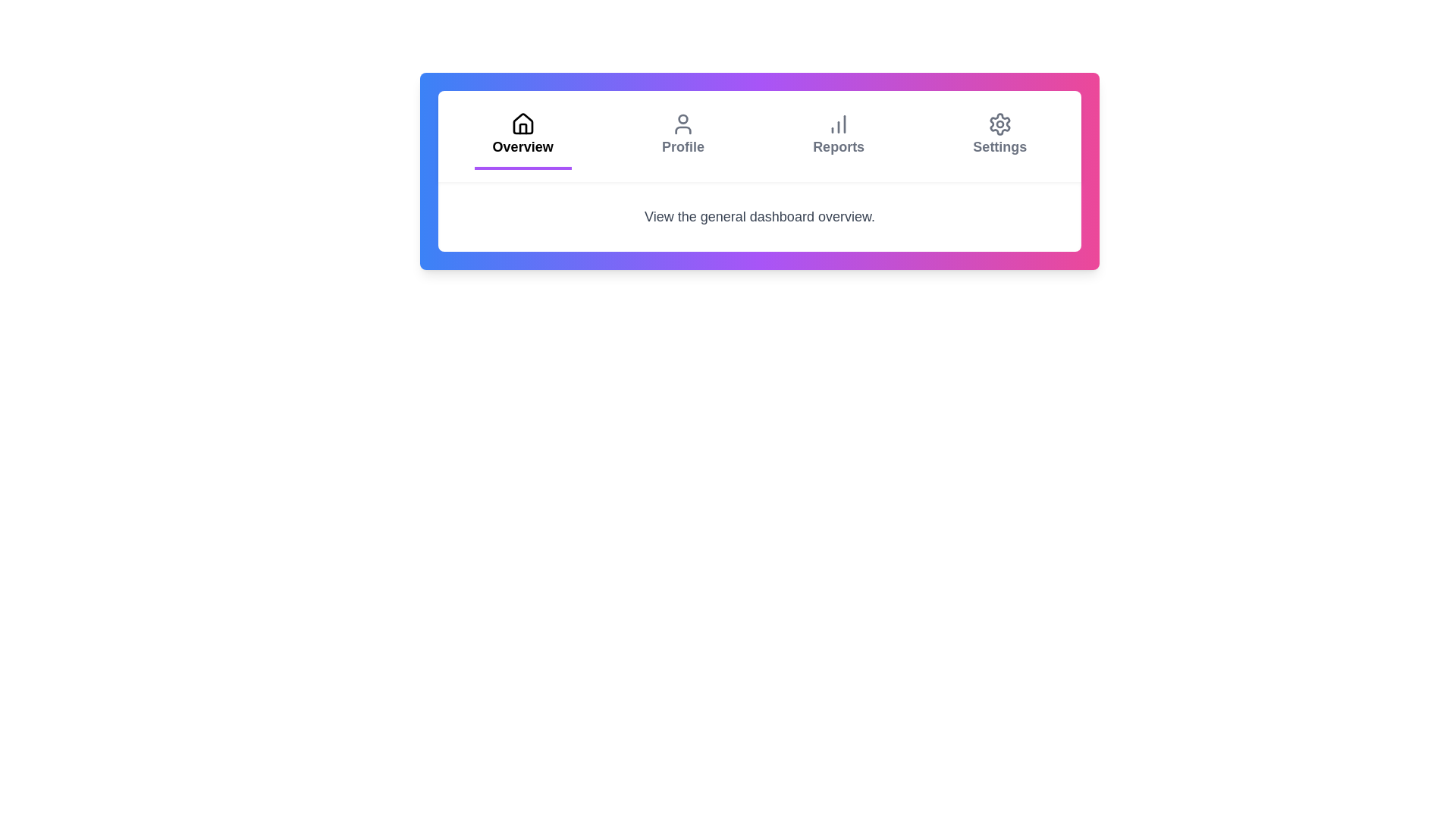 The height and width of the screenshot is (819, 1456). I want to click on the navigation button located between the 'Overview' and 'Reports' options, so click(682, 136).